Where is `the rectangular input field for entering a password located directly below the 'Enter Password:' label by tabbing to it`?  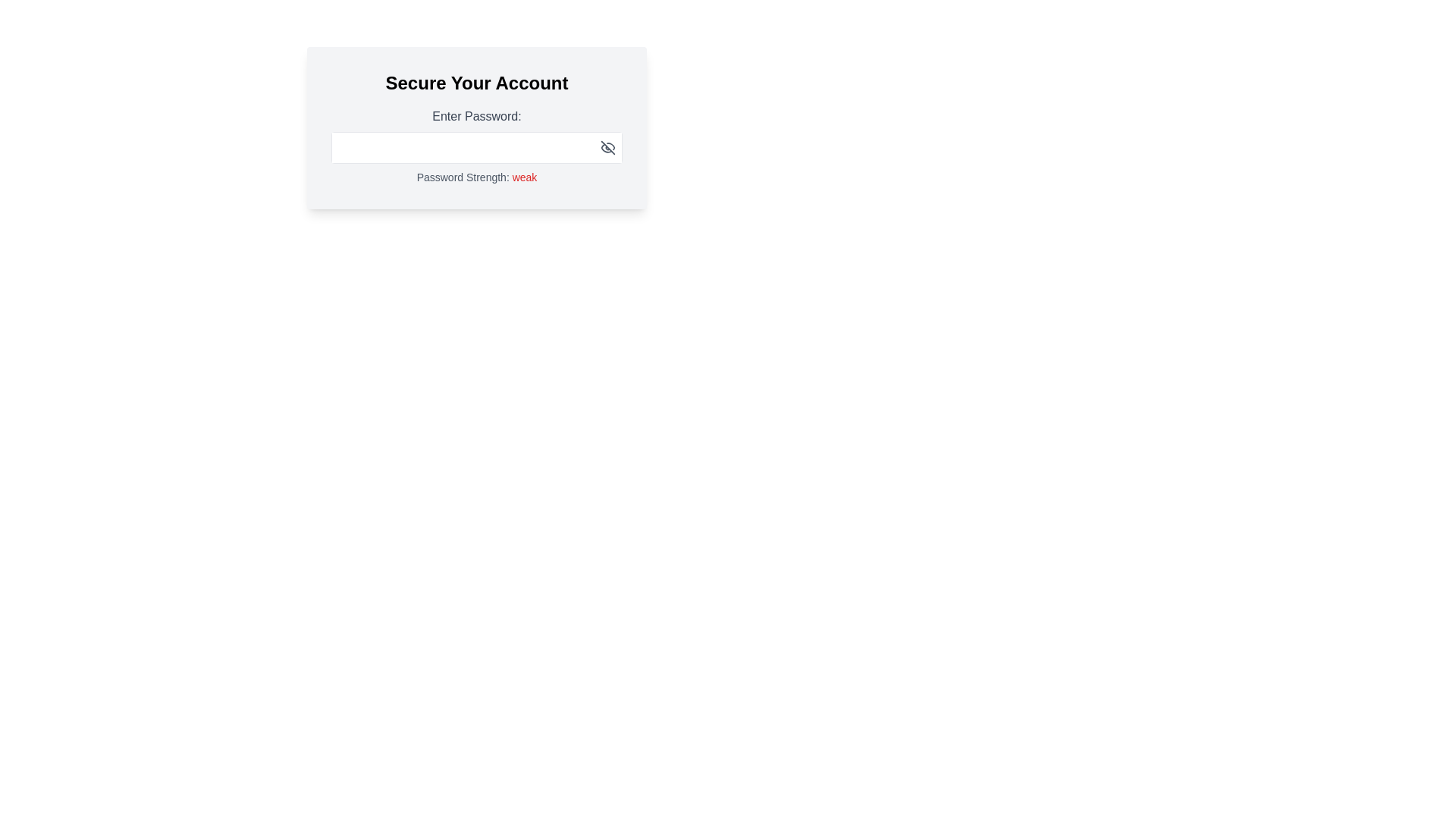 the rectangular input field for entering a password located directly below the 'Enter Password:' label by tabbing to it is located at coordinates (475, 148).